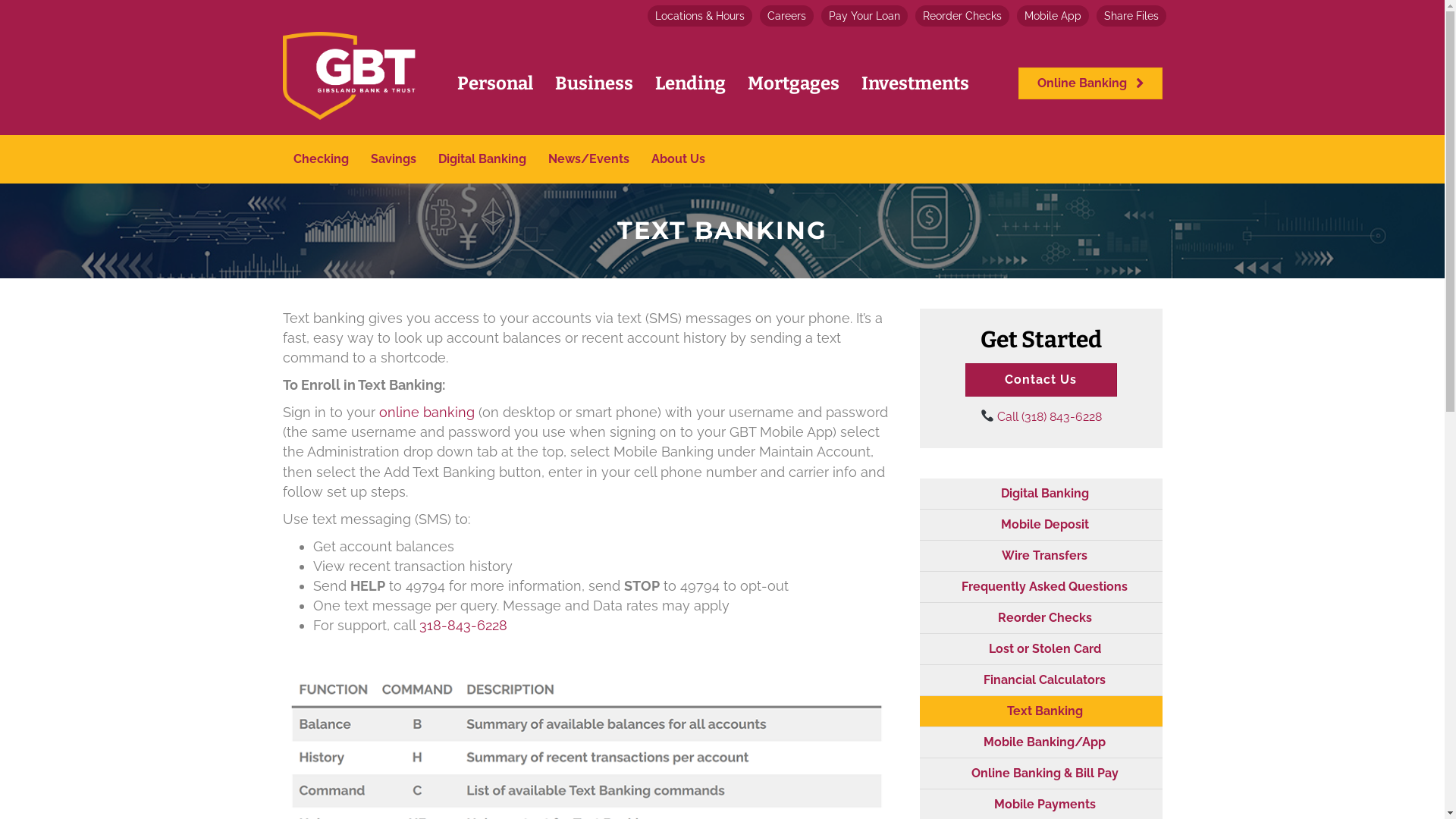 This screenshot has width=1456, height=819. Describe the element at coordinates (1040, 648) in the screenshot. I see `'Lost or Stolen Card'` at that location.